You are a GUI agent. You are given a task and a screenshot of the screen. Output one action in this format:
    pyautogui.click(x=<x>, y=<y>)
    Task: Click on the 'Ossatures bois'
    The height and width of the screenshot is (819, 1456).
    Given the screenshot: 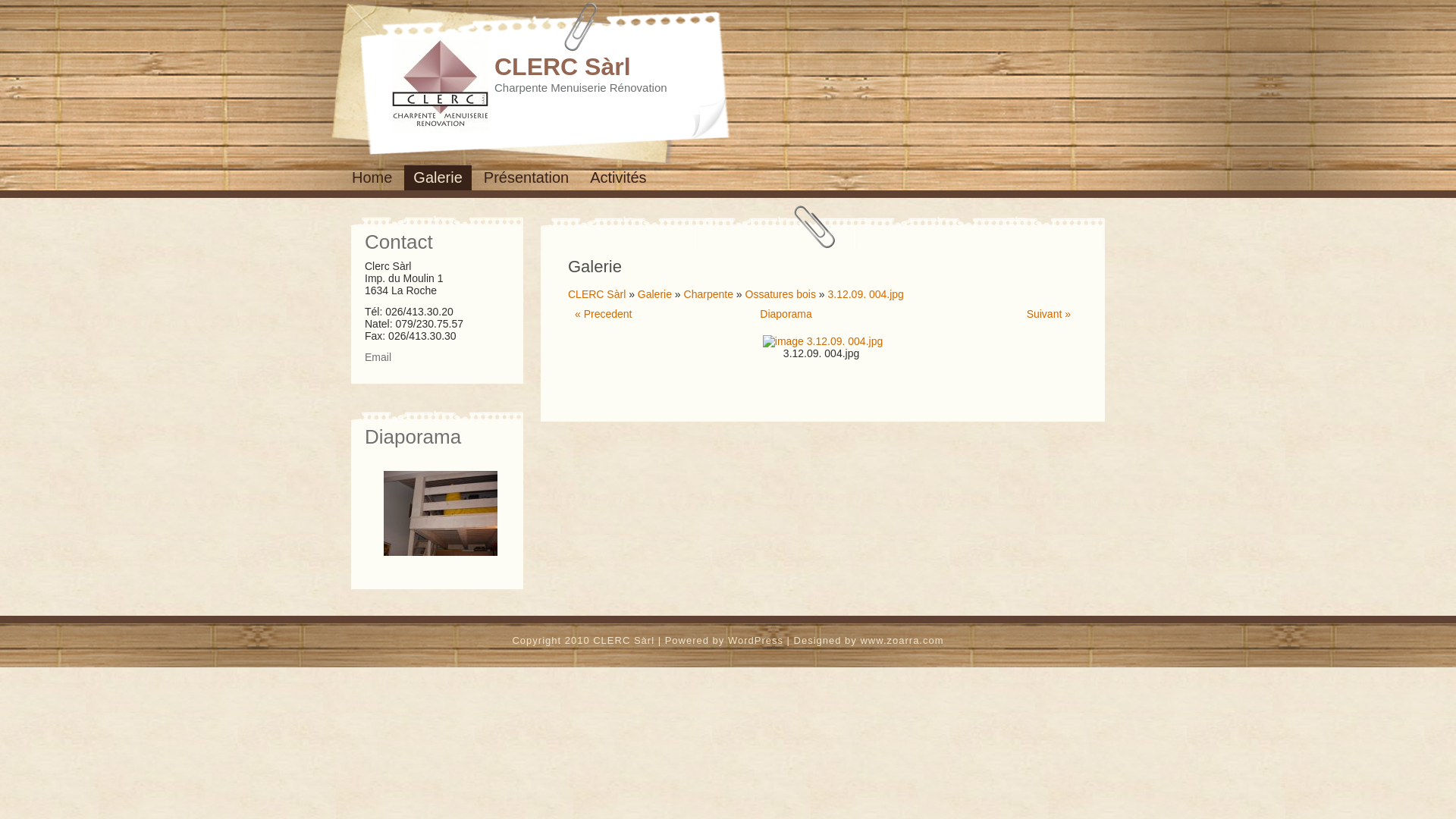 What is the action you would take?
    pyautogui.click(x=780, y=294)
    